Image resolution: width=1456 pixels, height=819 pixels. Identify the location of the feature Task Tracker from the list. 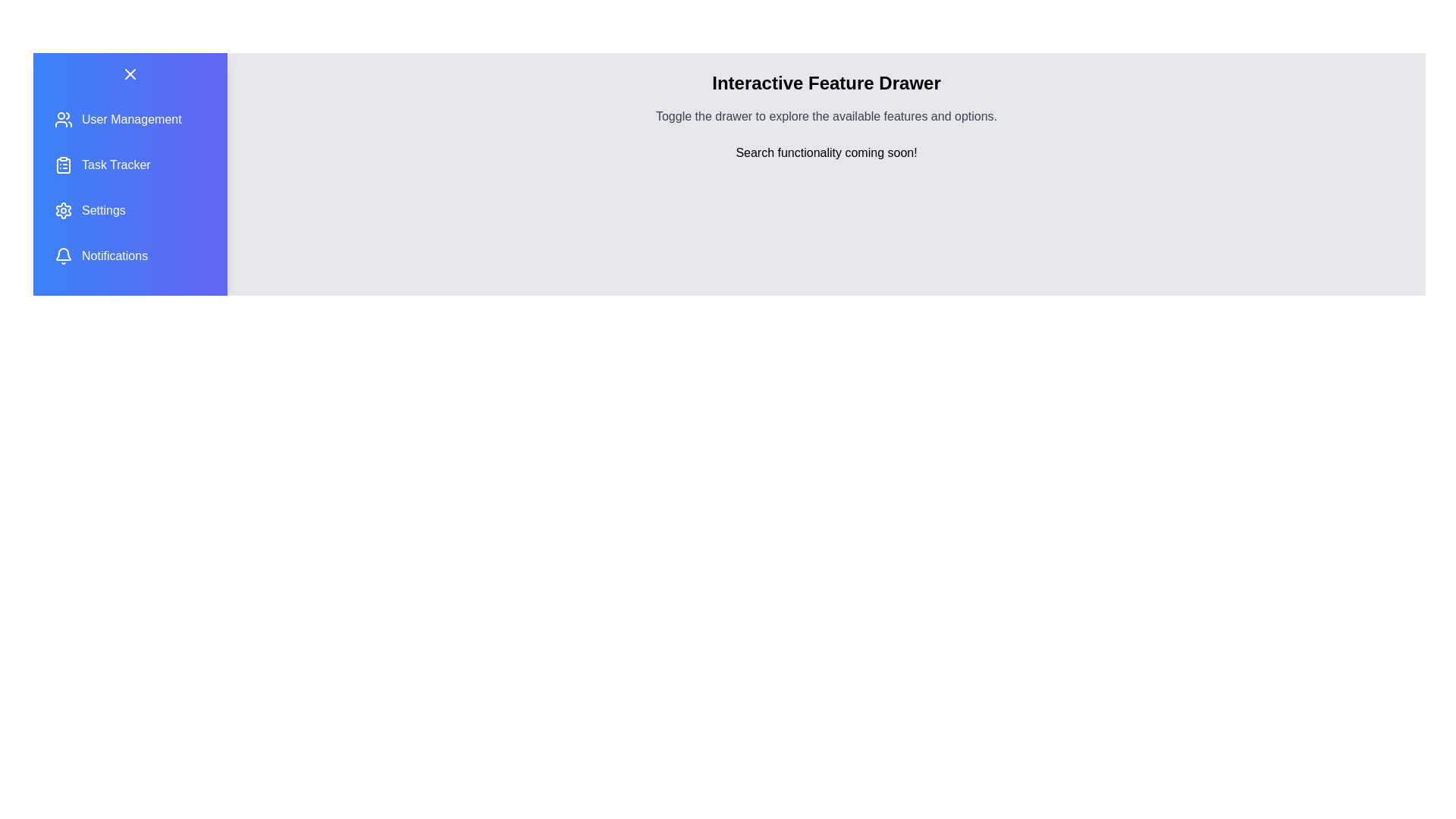
(130, 165).